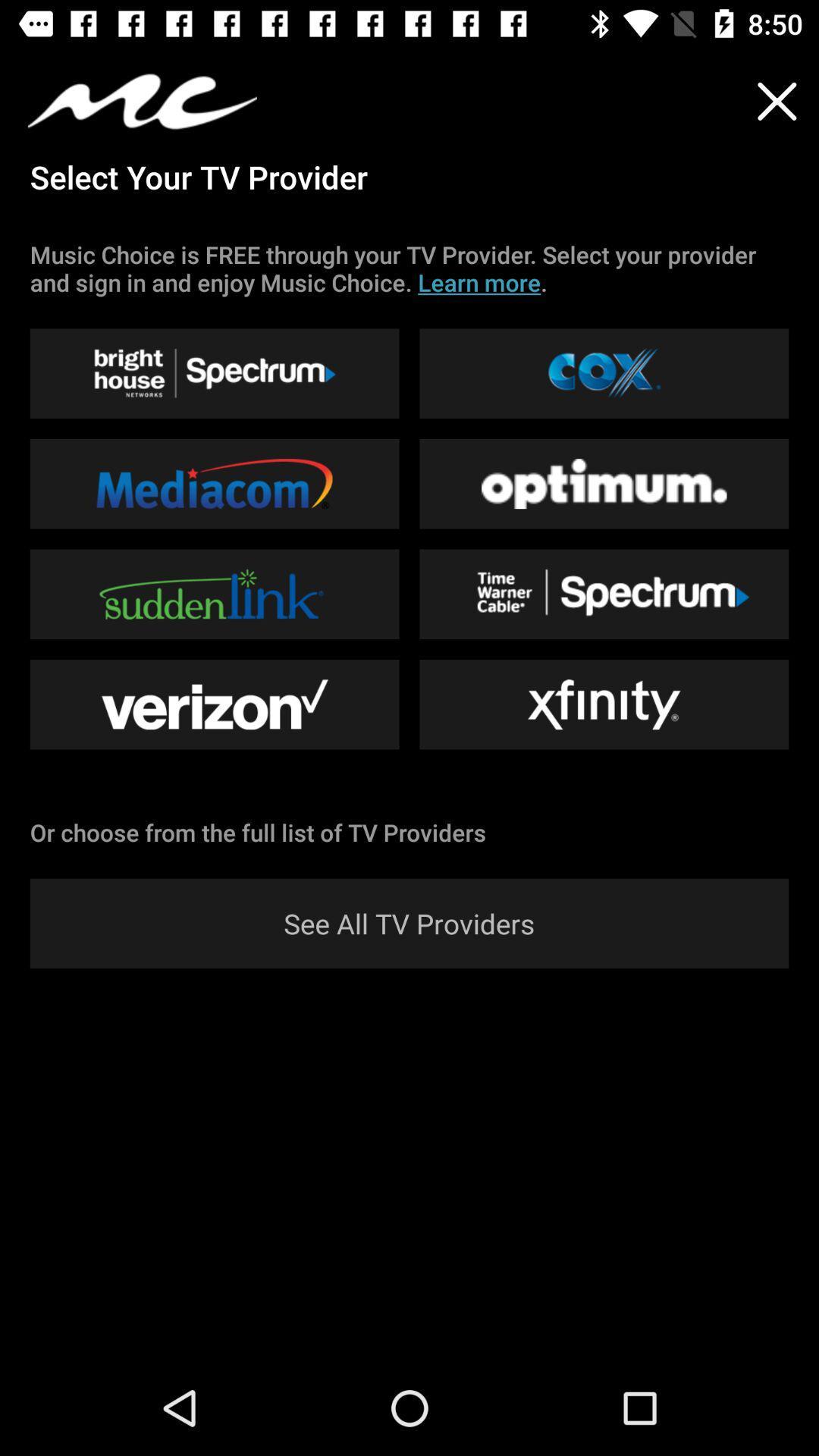  I want to click on the close icon, so click(777, 100).